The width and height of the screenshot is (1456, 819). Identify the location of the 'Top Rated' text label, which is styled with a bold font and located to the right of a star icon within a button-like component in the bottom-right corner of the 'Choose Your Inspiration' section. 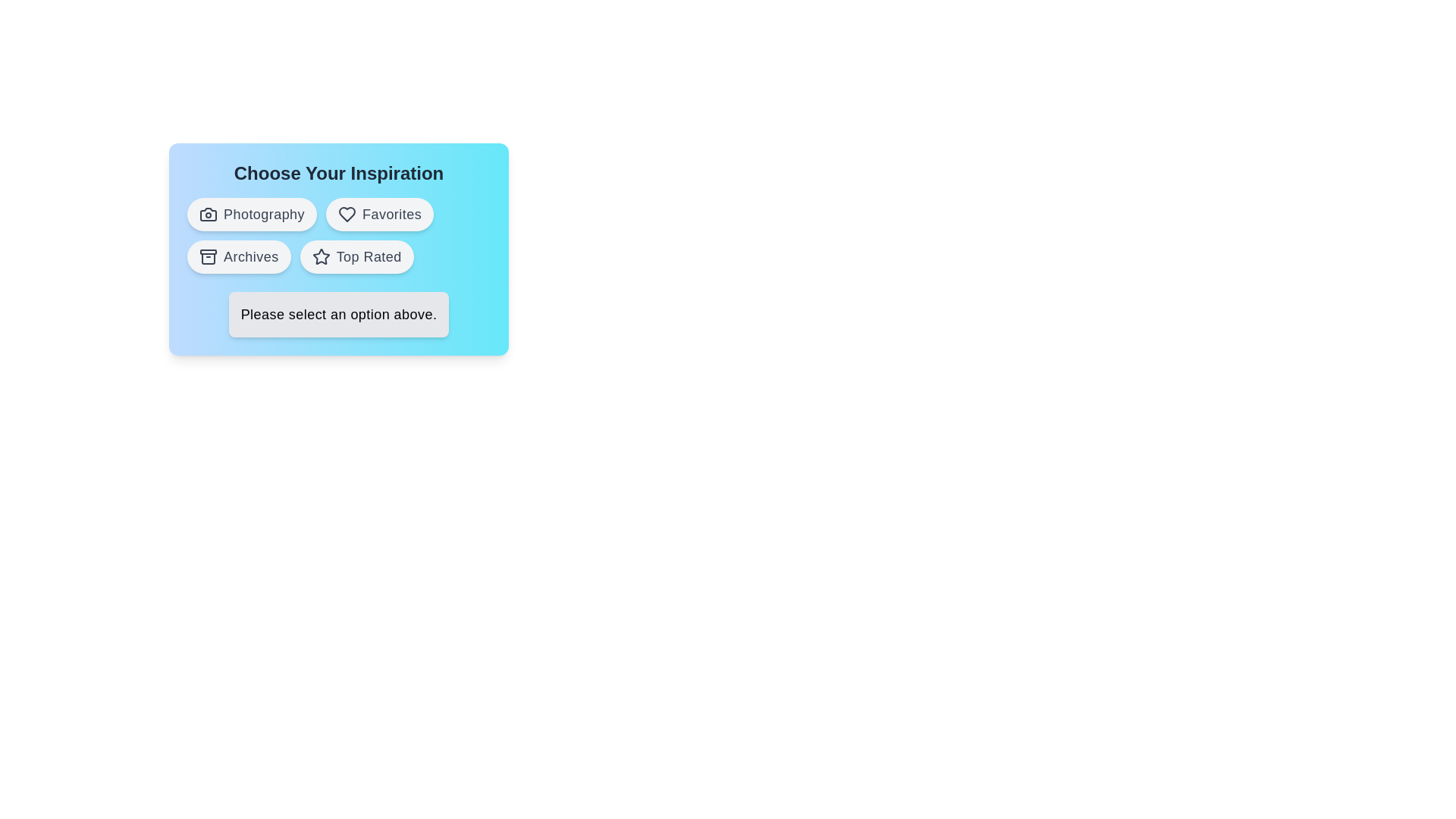
(369, 256).